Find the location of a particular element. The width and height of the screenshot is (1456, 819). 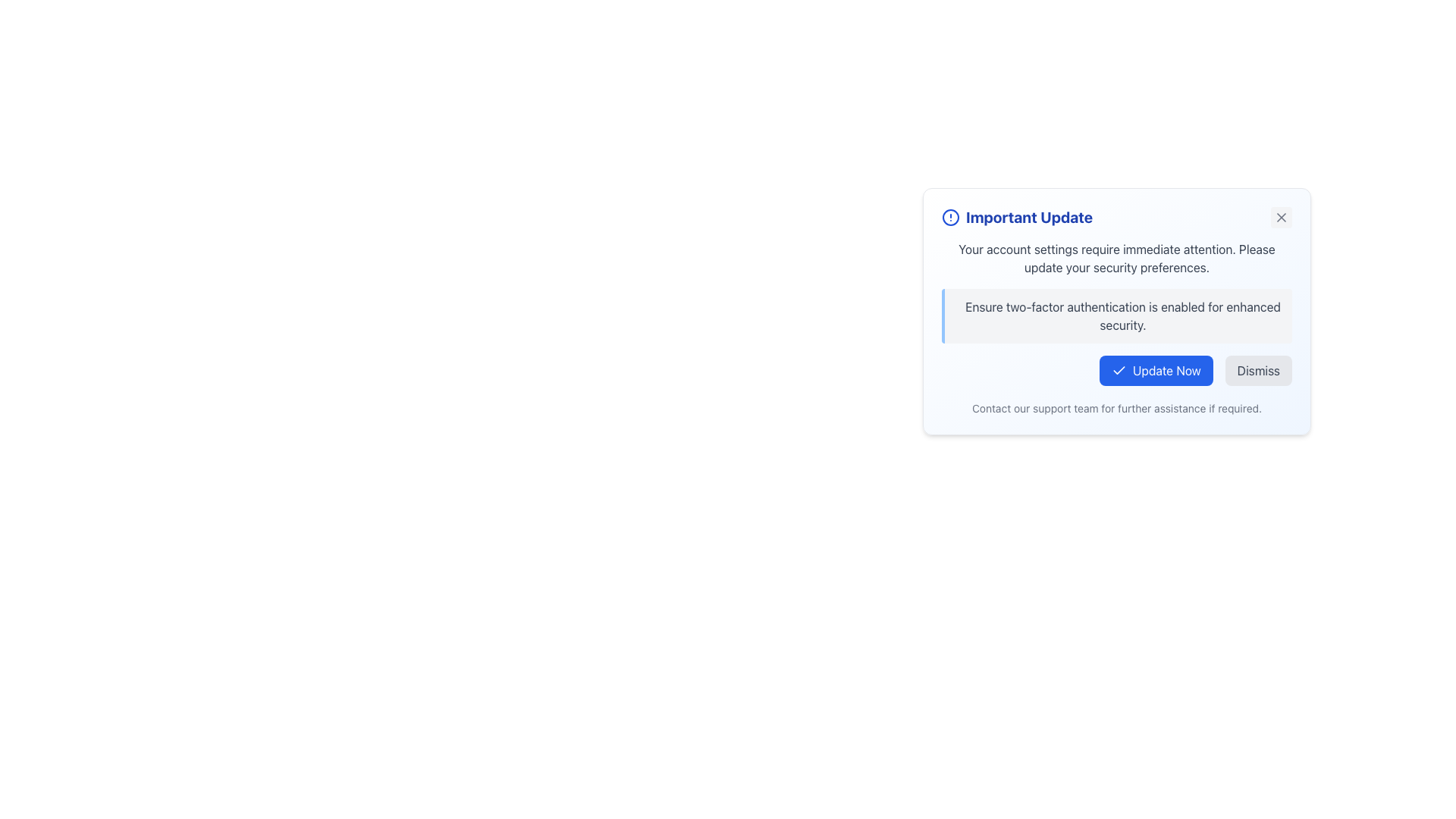

text component displaying 'Ensure two-factor authentication is enabled for enhanced security.' within the informational card UI, which is centrally placed beneath the heading 'Important Update' is located at coordinates (1123, 315).